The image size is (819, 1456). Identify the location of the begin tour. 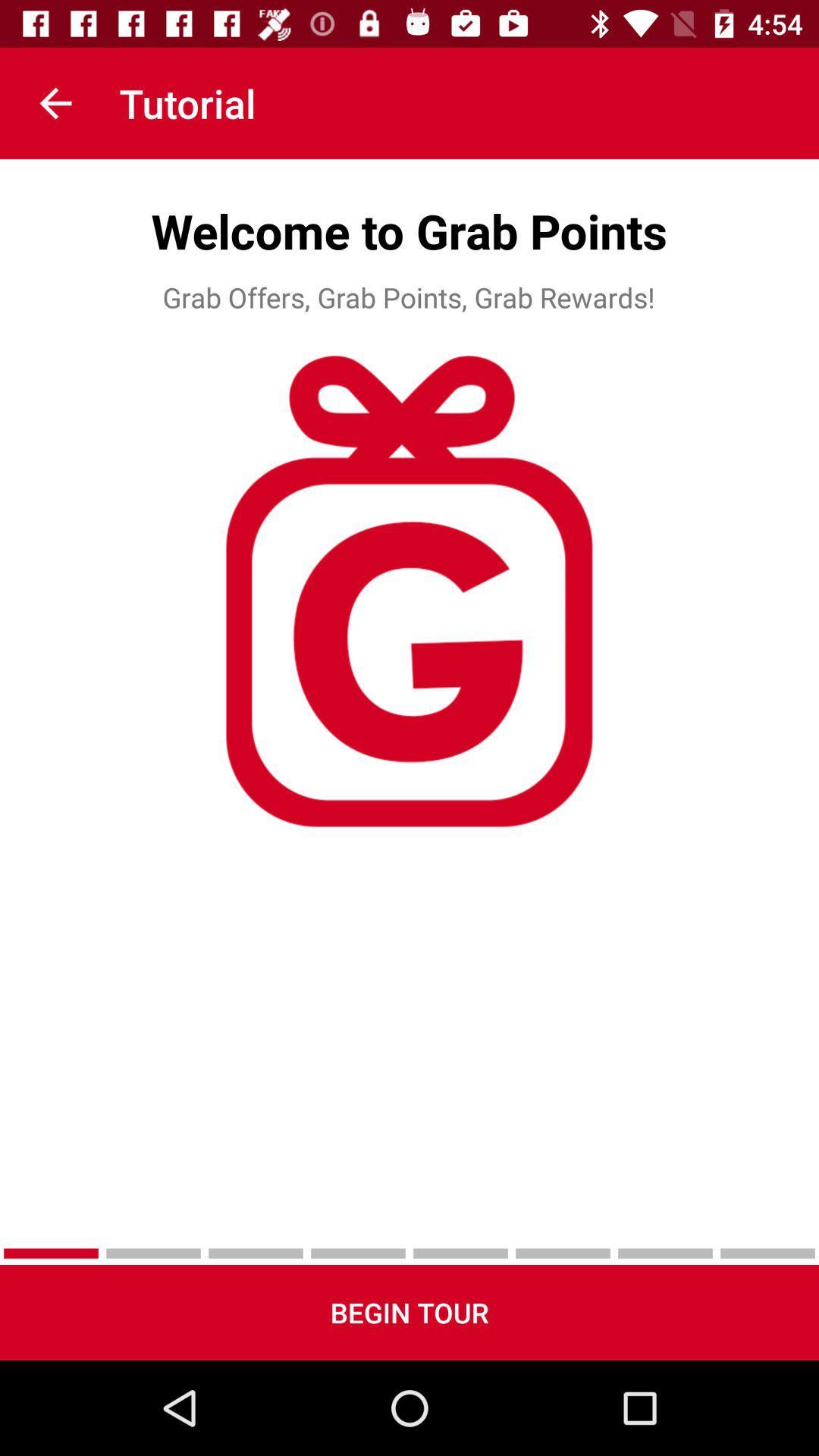
(409, 1312).